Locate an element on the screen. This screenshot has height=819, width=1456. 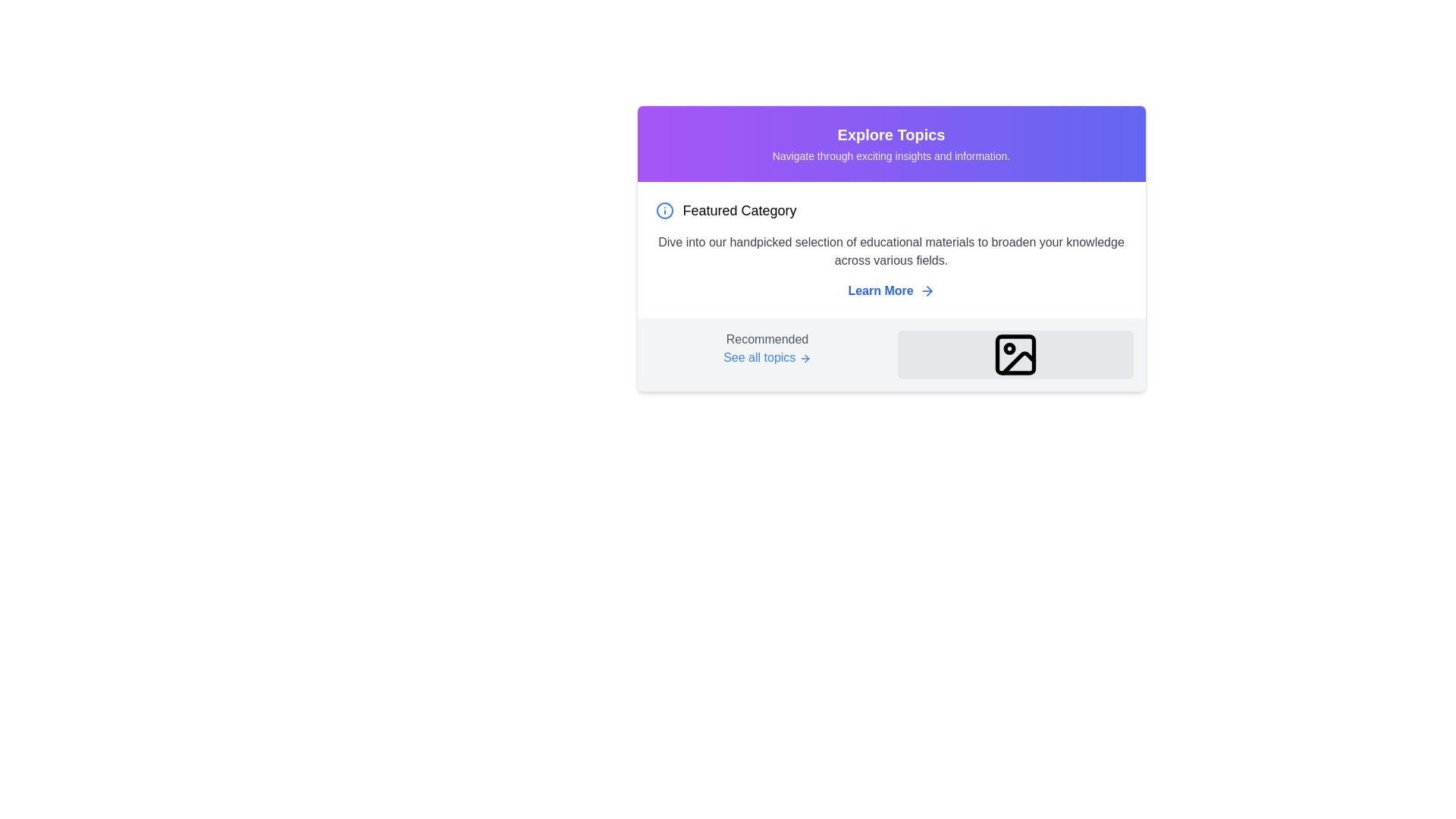
the 'See all topics' text with the right arrow icon is located at coordinates (767, 354).